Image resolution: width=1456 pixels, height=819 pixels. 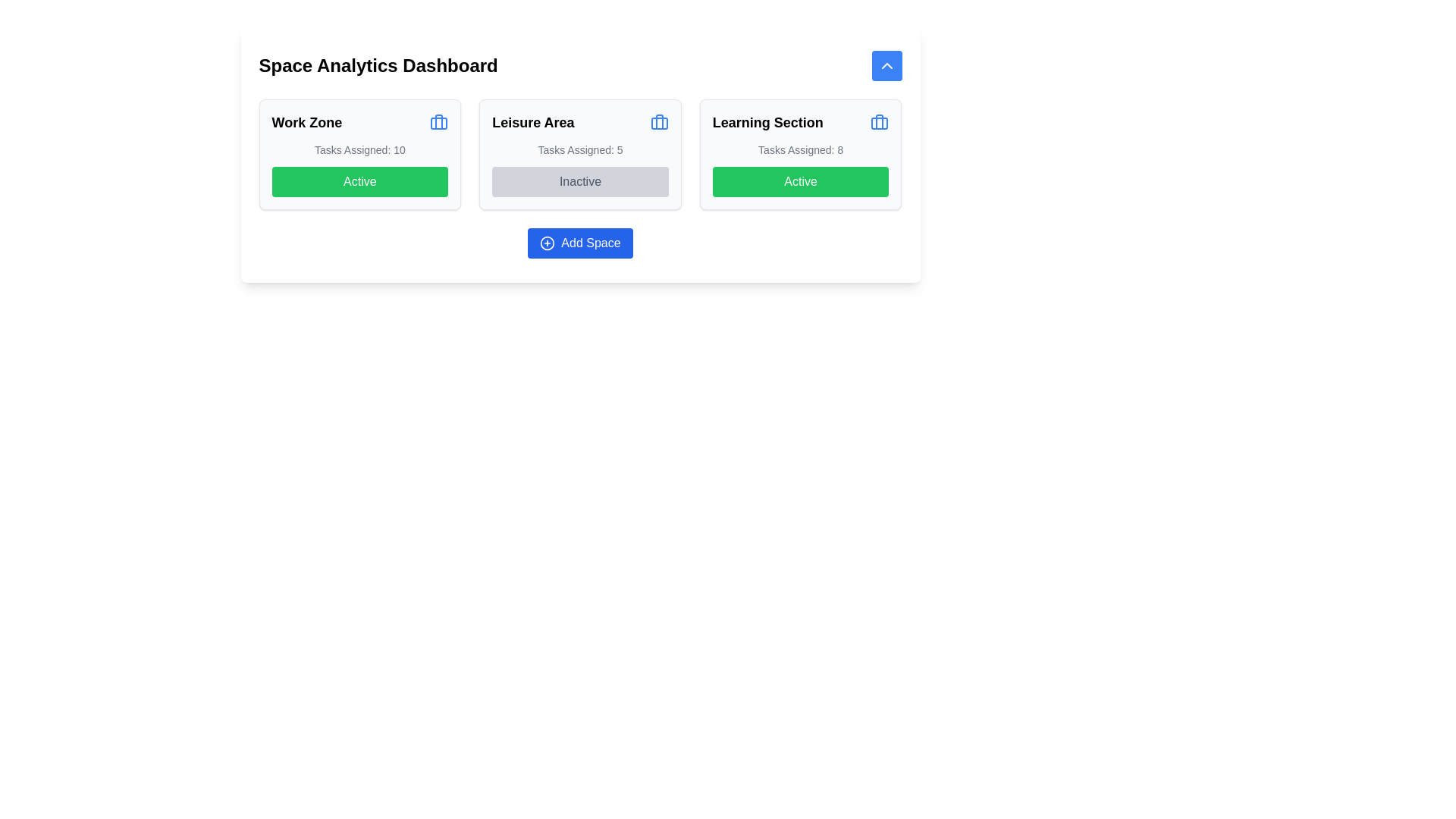 What do you see at coordinates (579, 242) in the screenshot?
I see `the button located below the sections labeled 'Work Zone', 'Leisure Area', and 'Learning Section'` at bounding box center [579, 242].